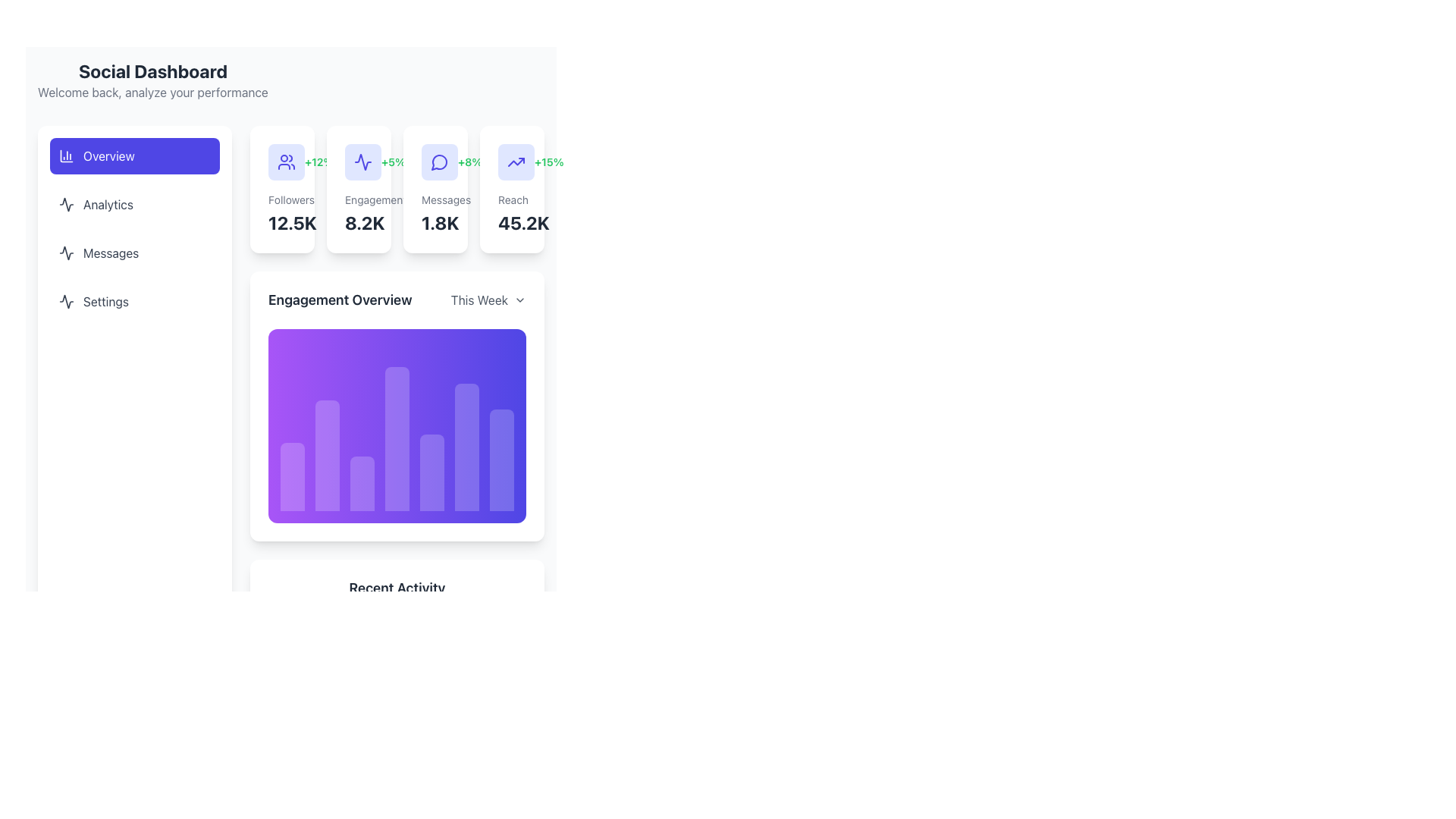 This screenshot has height=819, width=1456. What do you see at coordinates (134, 228) in the screenshot?
I see `the second menu item in the vertical navigation menu that leads to the Analytics page, located directly below the active 'Overview' item` at bounding box center [134, 228].